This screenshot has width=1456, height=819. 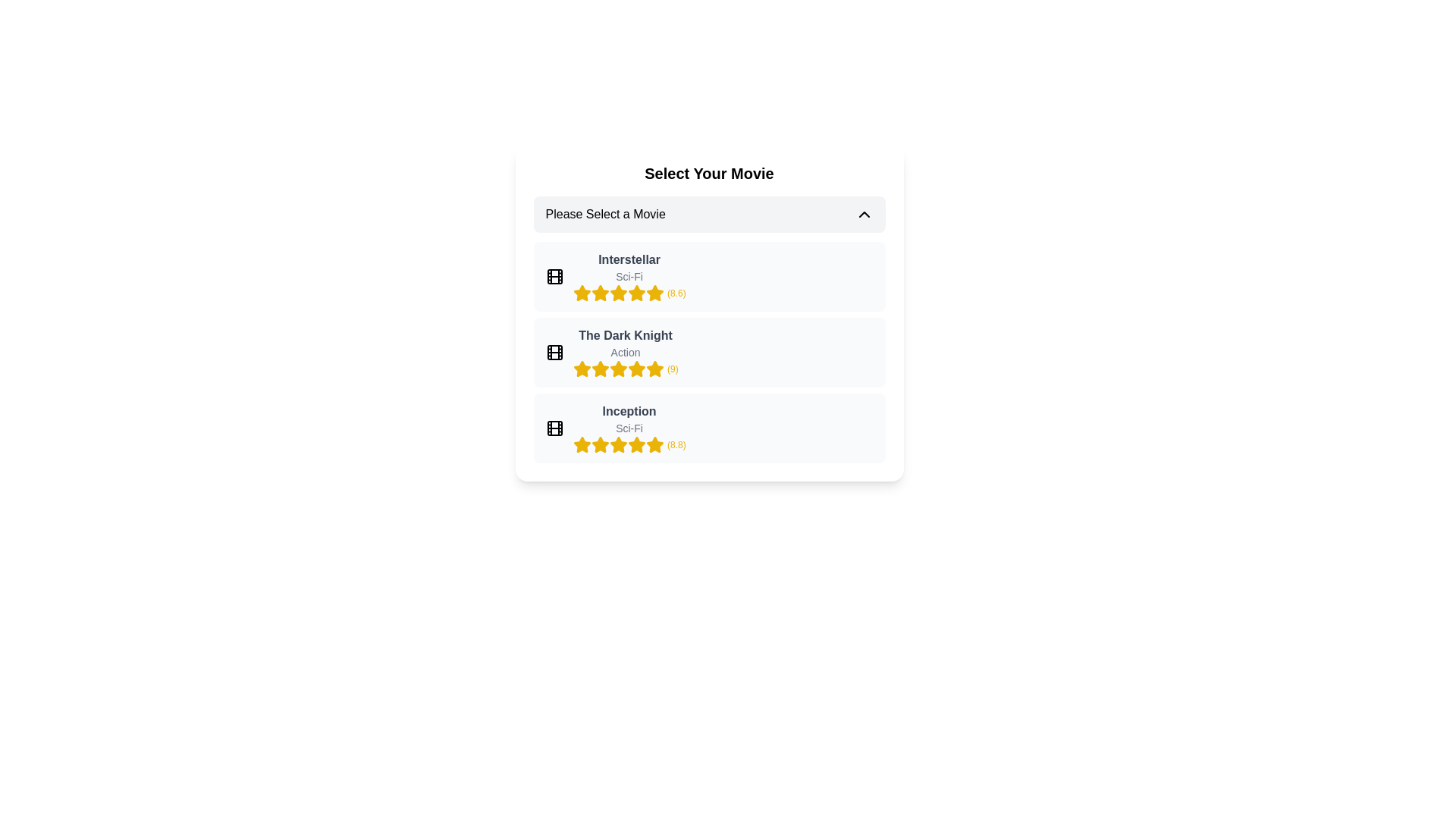 I want to click on the dropdown button labeled 'Please Select a Movie' by clicking it to reveal the movie options, so click(x=708, y=214).